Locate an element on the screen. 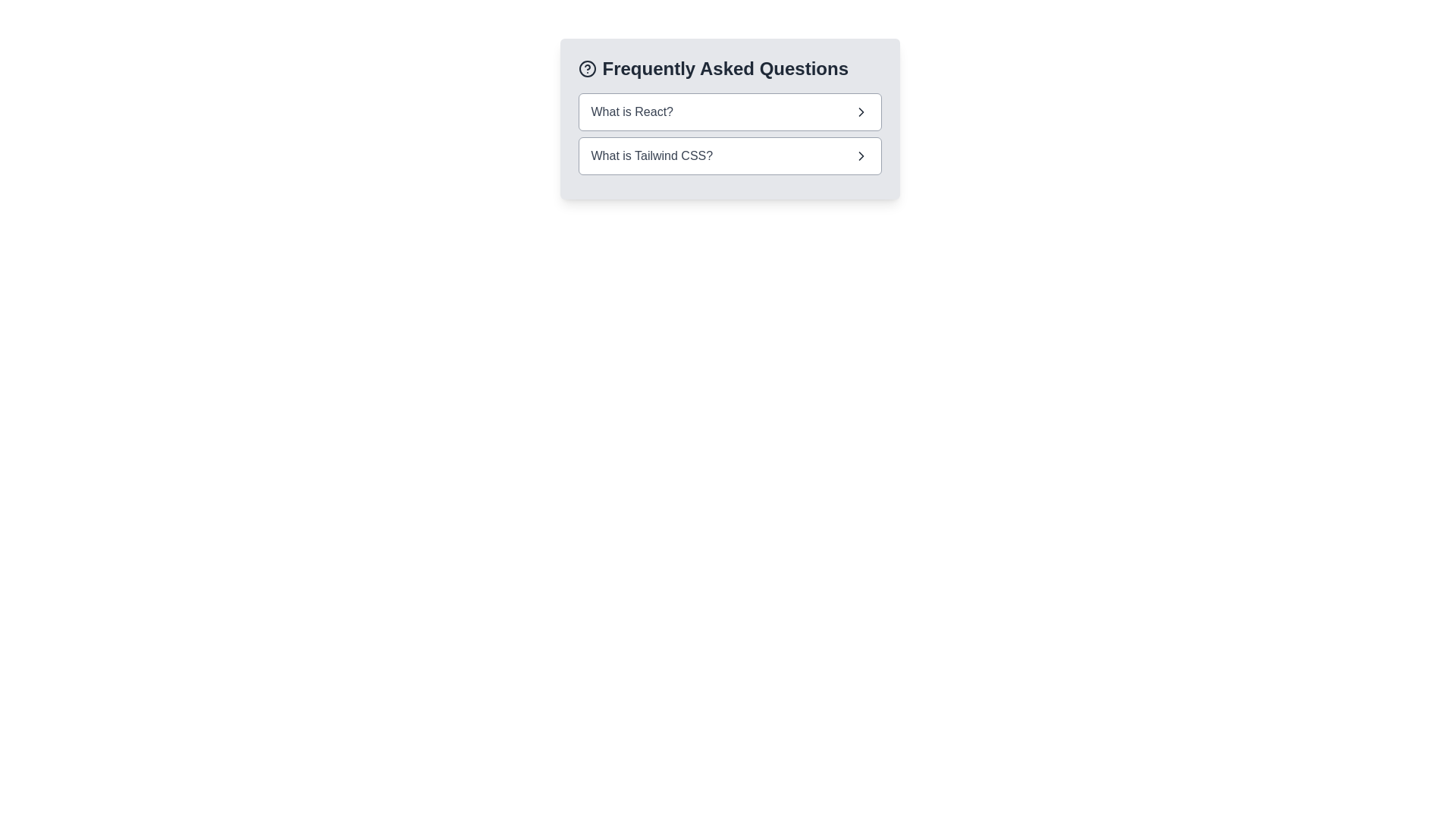  the question header text labeled 'What is Tailwind CSS?' in the FAQ section is located at coordinates (651, 155).